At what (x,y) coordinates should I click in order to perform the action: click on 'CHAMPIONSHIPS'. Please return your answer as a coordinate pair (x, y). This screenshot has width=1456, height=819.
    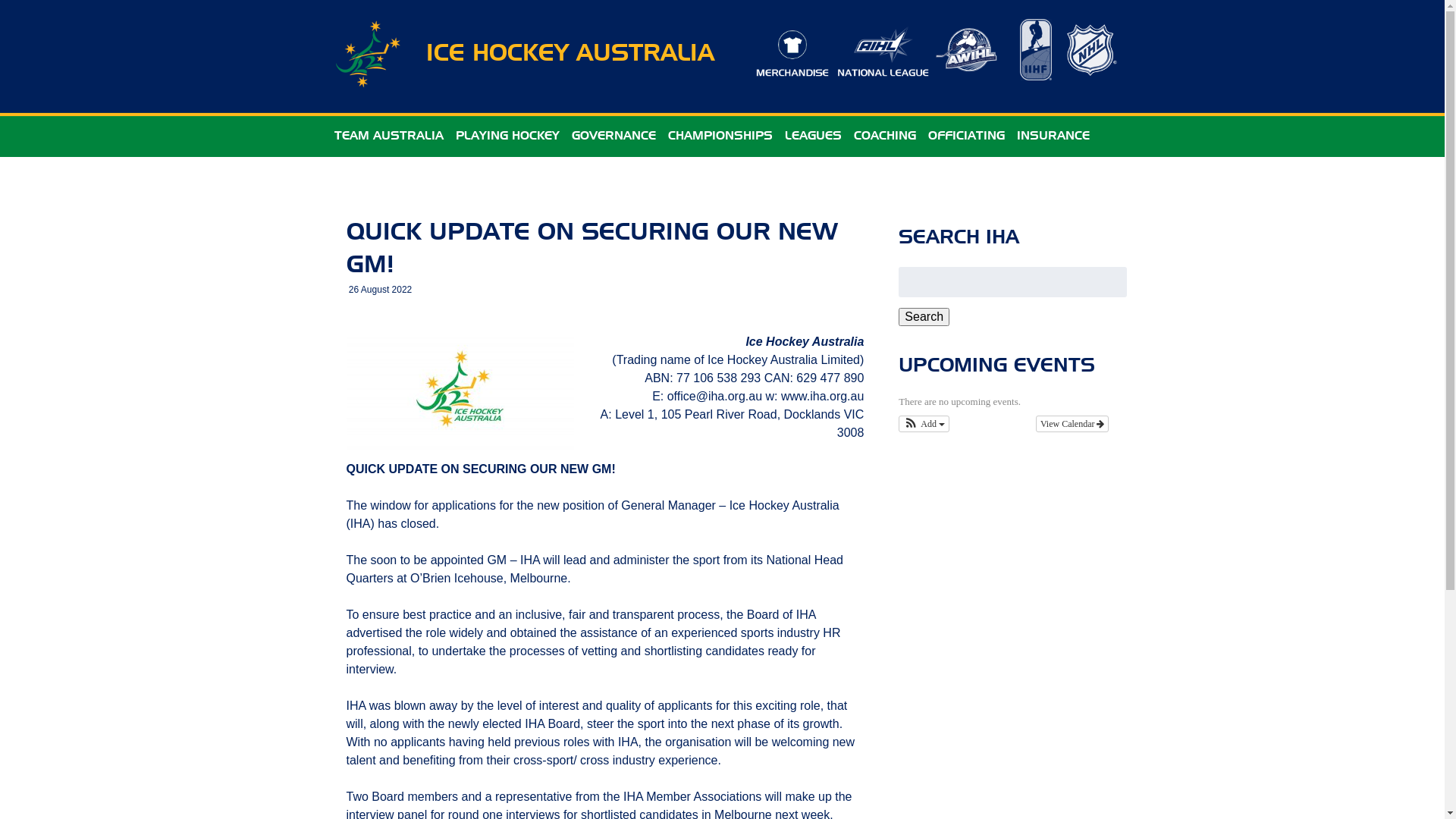
    Looking at the image, I should click on (719, 136).